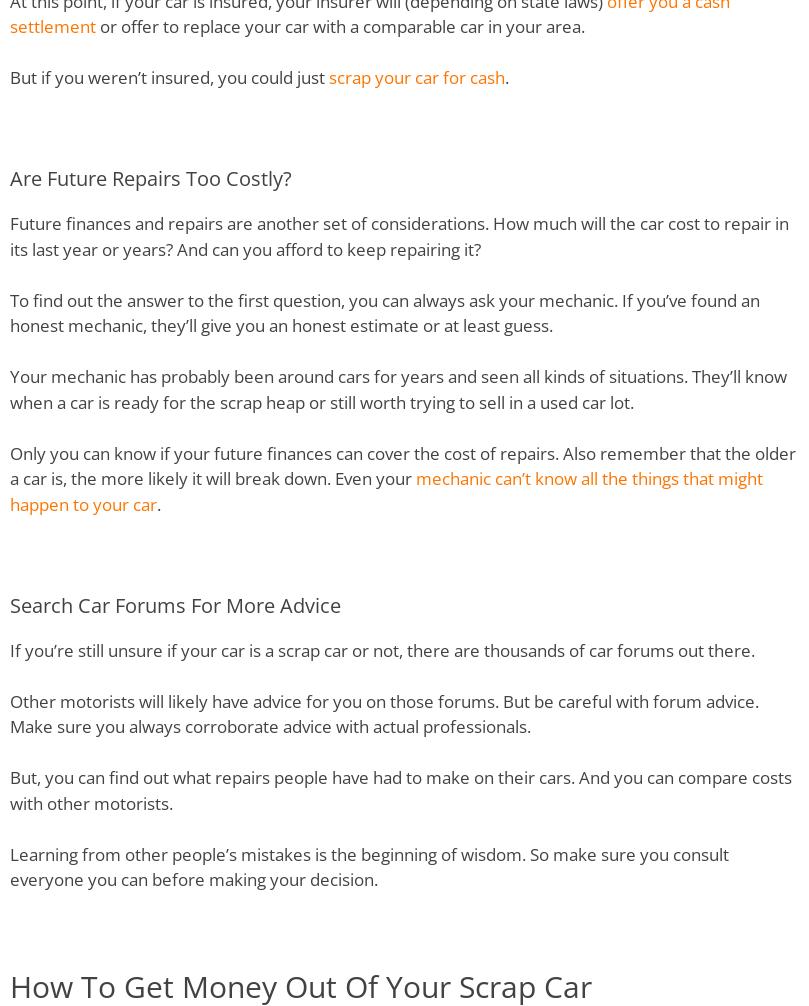 This screenshot has width=809, height=1006. Describe the element at coordinates (384, 713) in the screenshot. I see `'Other motorists will likely have advice for you on those forums. But be careful with forum advice. Make sure you always corroborate advice with actual professionals.'` at that location.